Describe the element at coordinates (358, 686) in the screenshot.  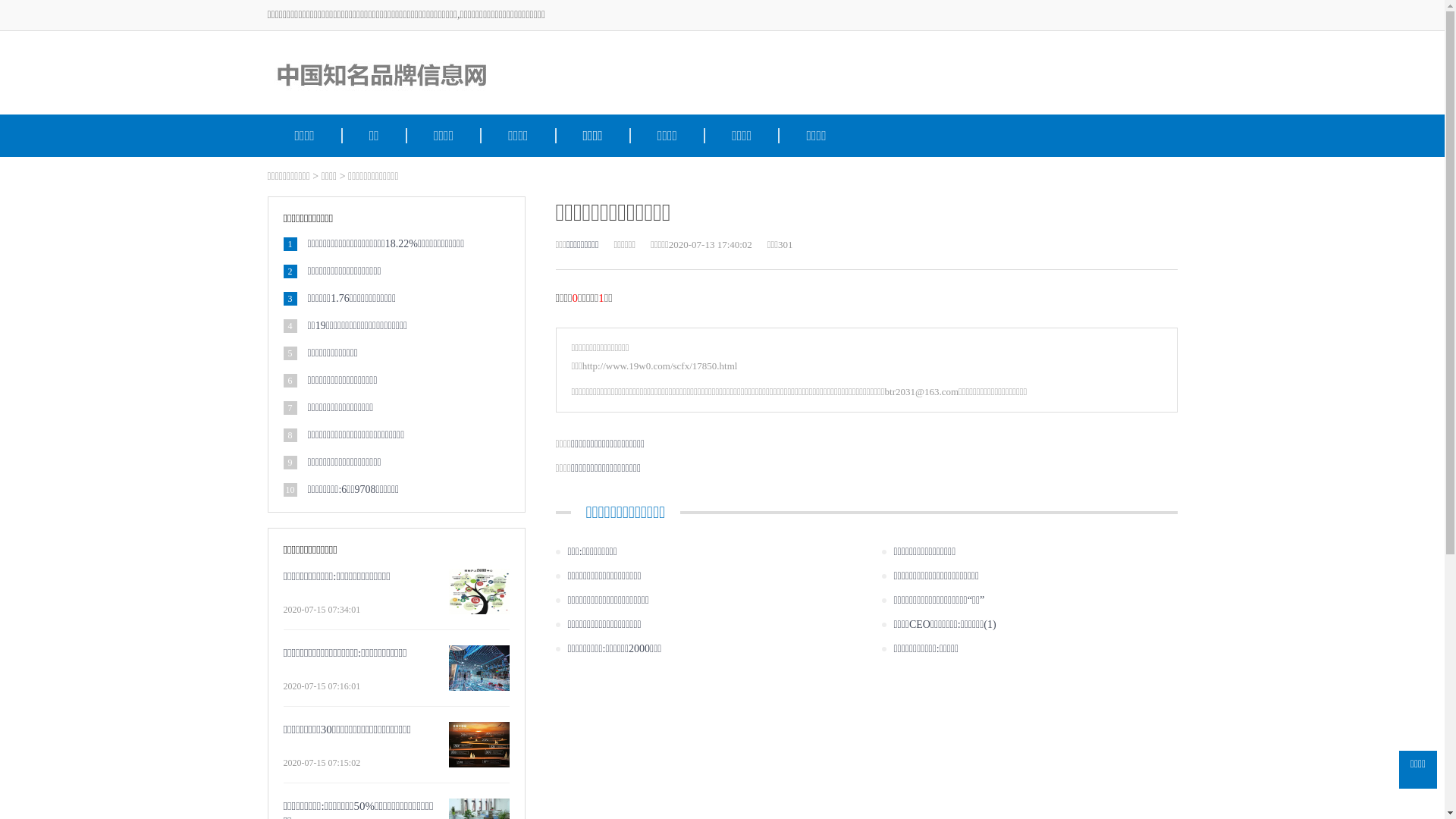
I see `'2020-07-15 07:16:01'` at that location.